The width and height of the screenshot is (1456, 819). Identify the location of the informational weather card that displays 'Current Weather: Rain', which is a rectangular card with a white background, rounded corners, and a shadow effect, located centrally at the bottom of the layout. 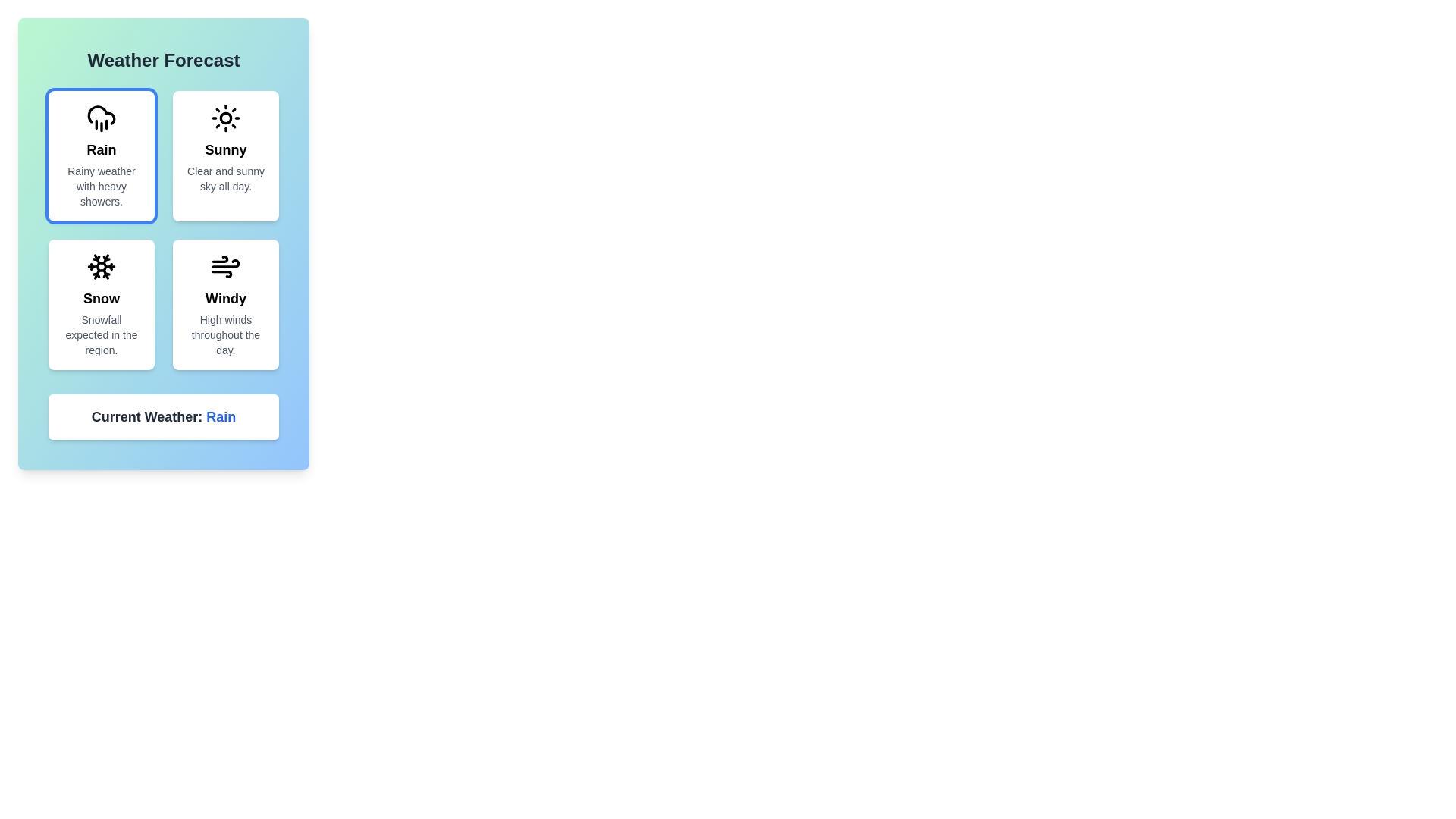
(164, 417).